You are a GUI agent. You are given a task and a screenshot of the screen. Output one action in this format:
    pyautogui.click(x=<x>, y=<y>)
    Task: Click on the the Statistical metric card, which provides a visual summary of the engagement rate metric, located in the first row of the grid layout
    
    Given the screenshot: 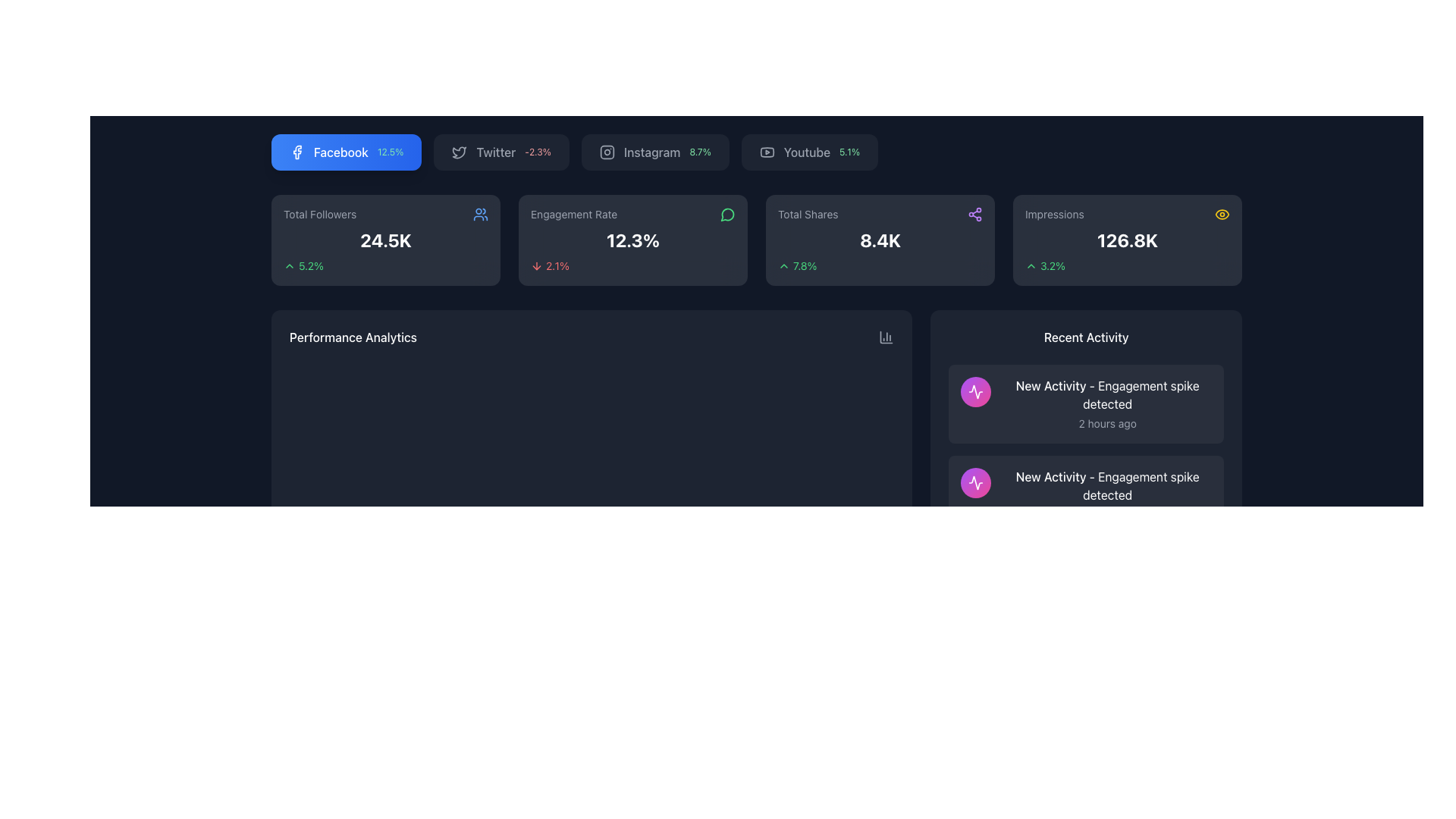 What is the action you would take?
    pyautogui.click(x=633, y=239)
    